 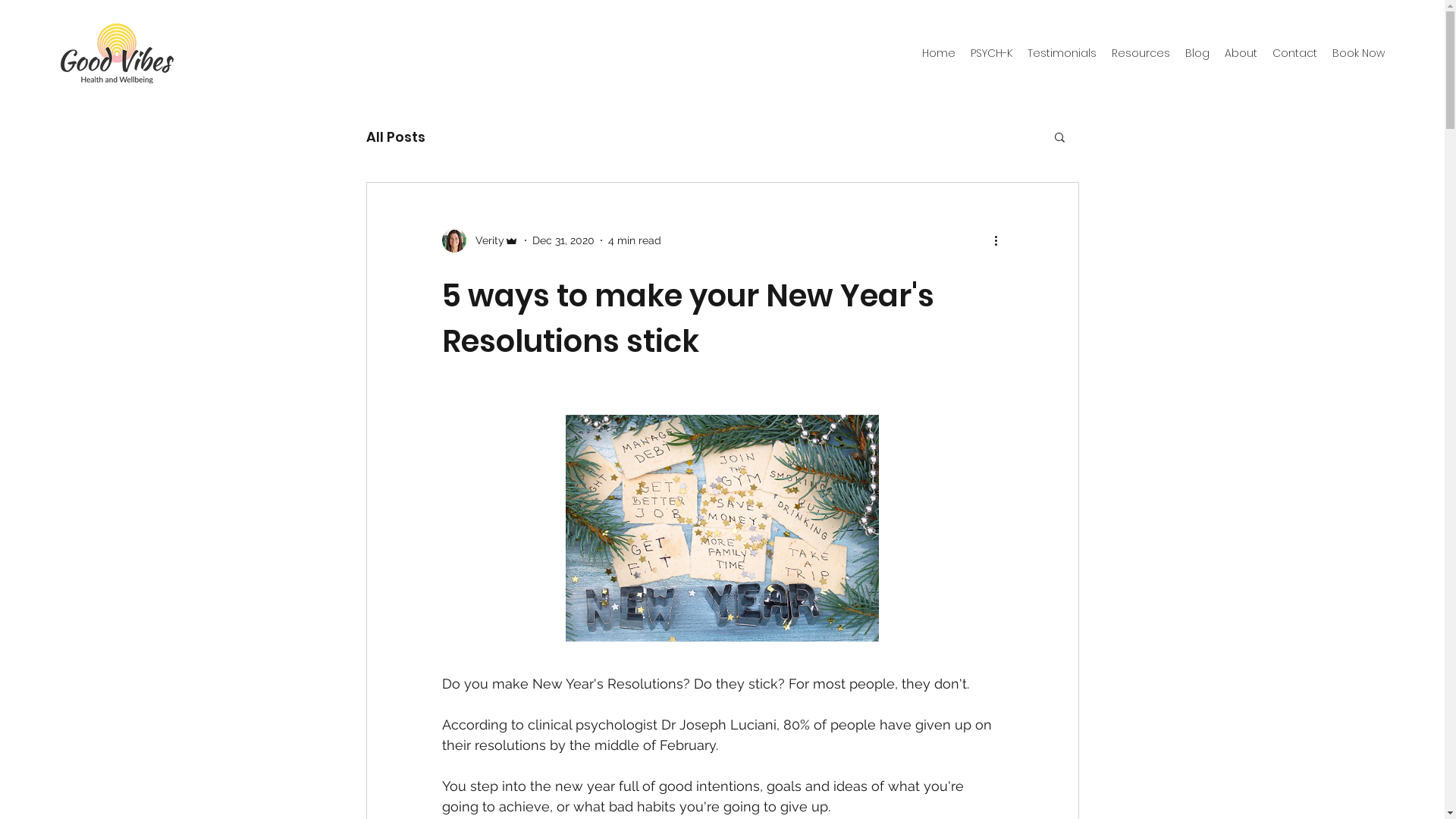 What do you see at coordinates (913, 52) in the screenshot?
I see `'Home'` at bounding box center [913, 52].